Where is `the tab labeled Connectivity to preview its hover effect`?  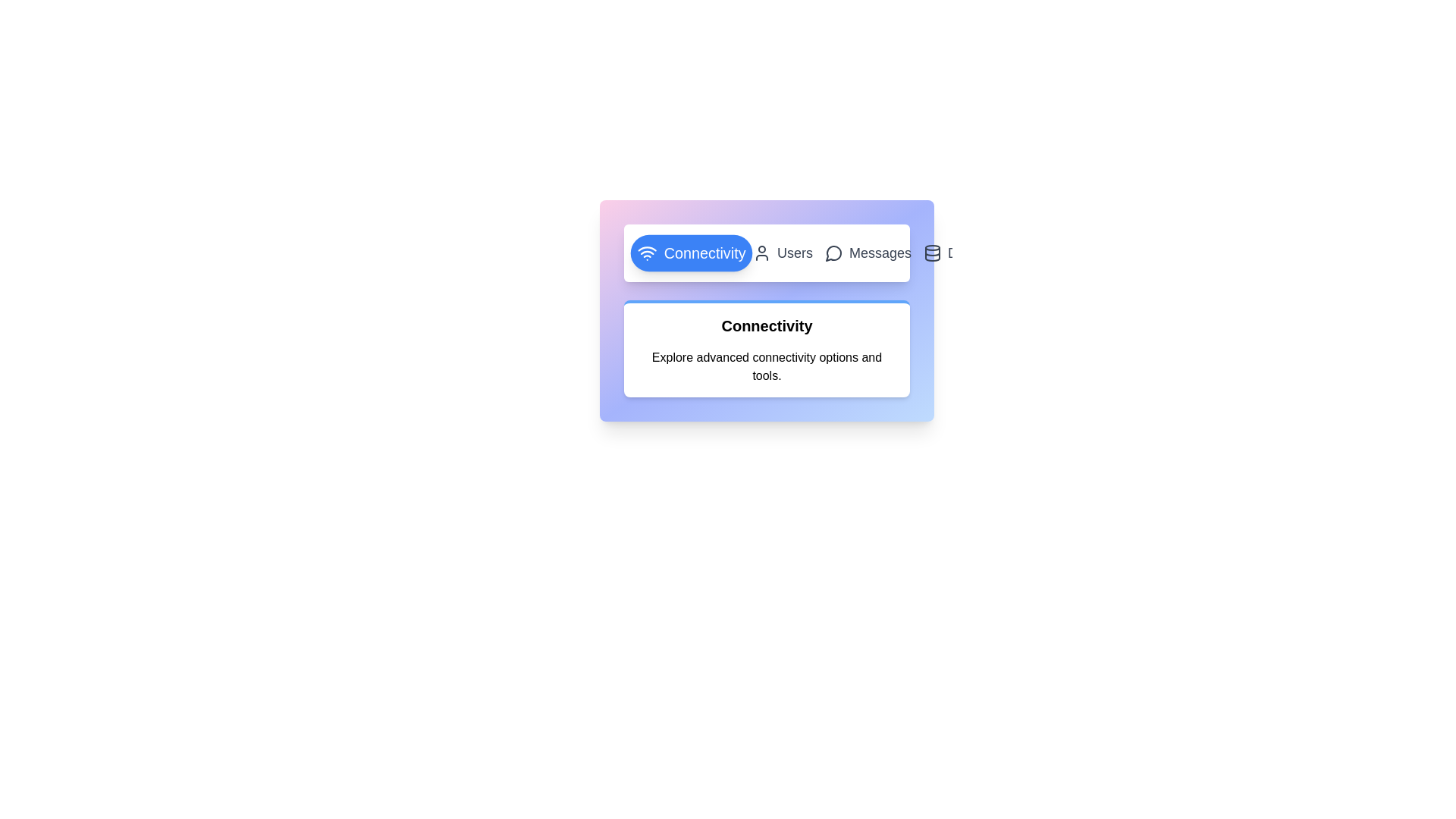
the tab labeled Connectivity to preview its hover effect is located at coordinates (691, 253).